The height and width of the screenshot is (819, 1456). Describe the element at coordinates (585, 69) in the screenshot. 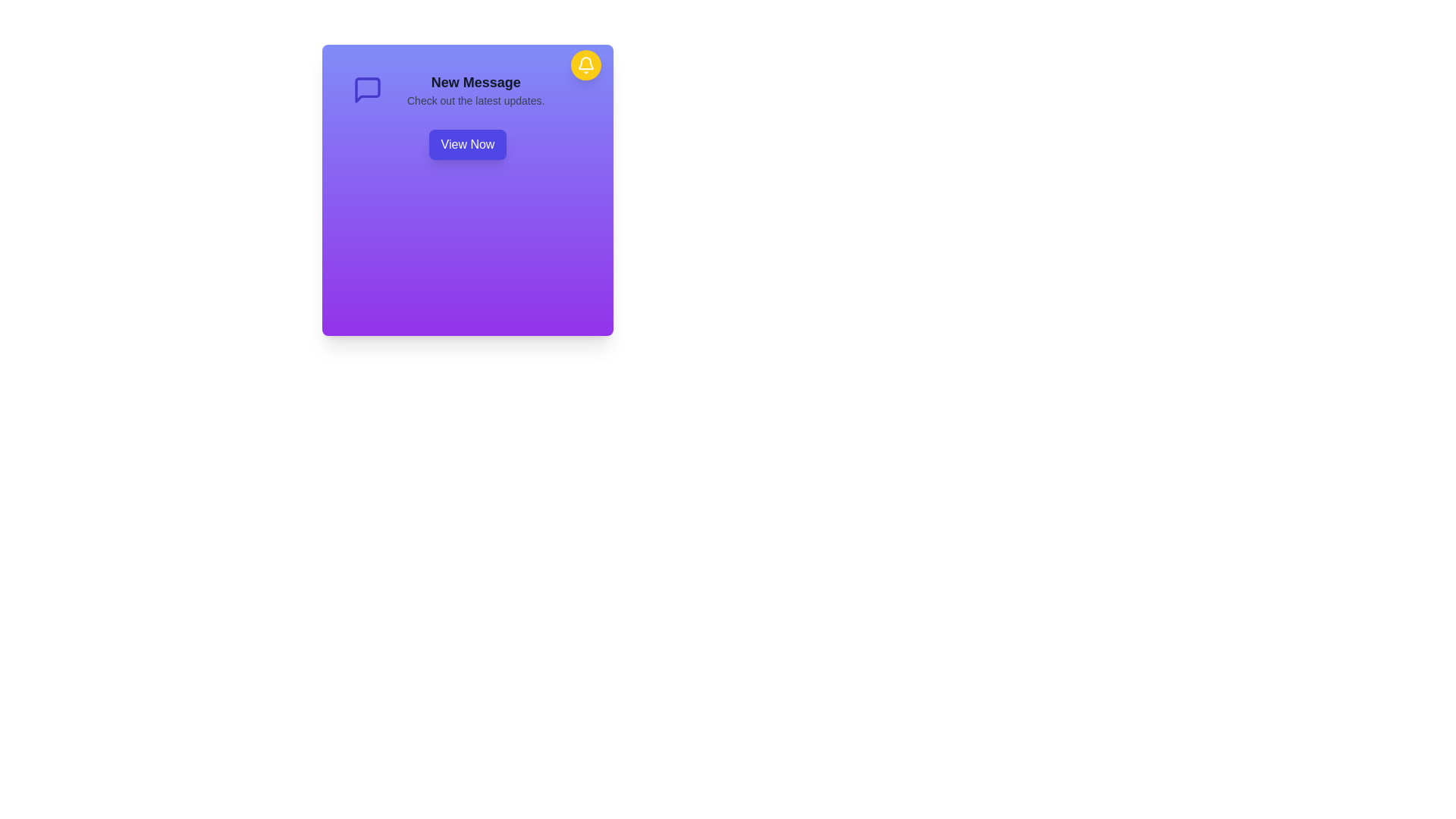

I see `the bell icon located in the top-right corner of the notification card` at that location.